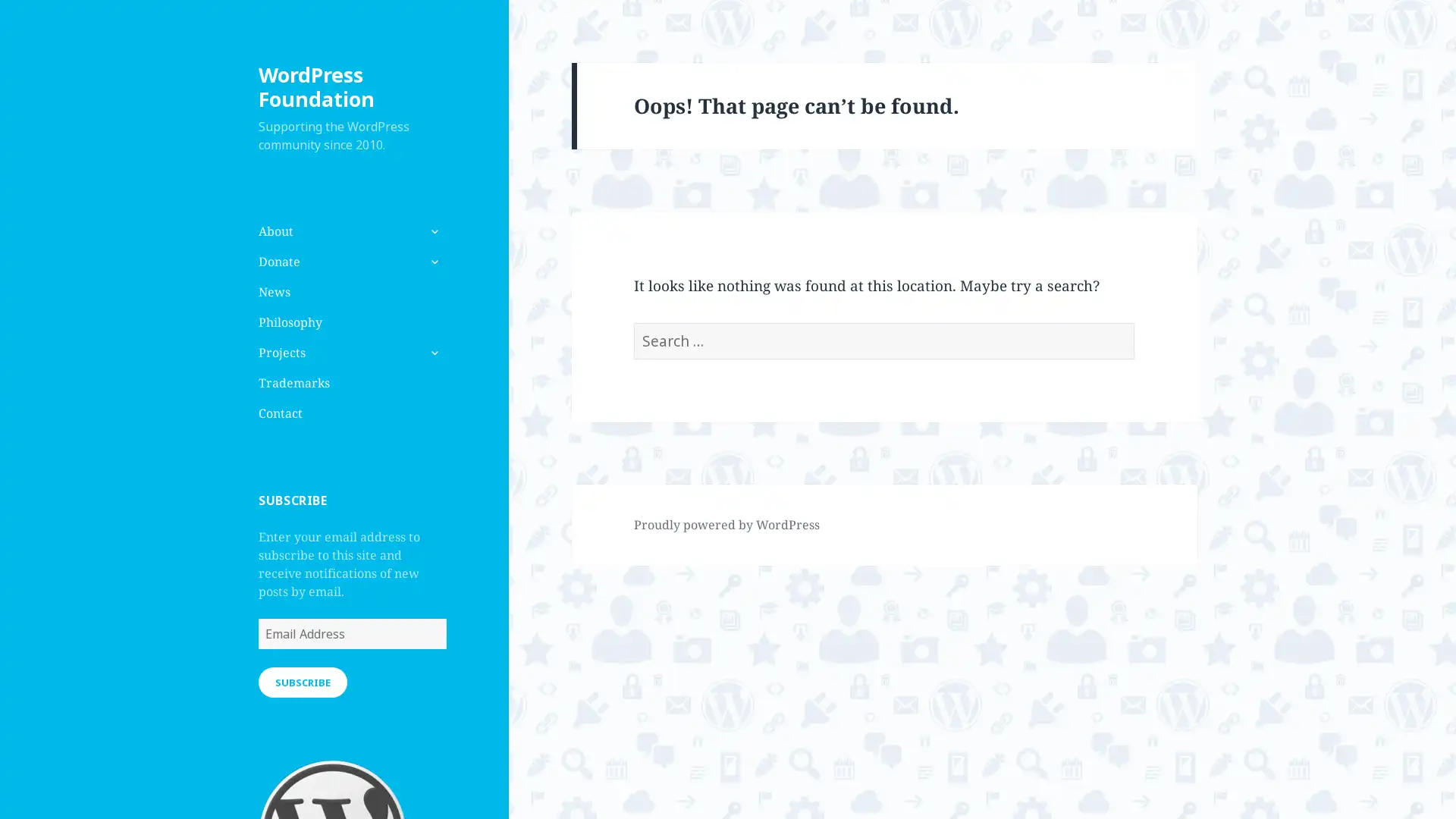 The image size is (1456, 819). What do you see at coordinates (432, 353) in the screenshot?
I see `expand child menu` at bounding box center [432, 353].